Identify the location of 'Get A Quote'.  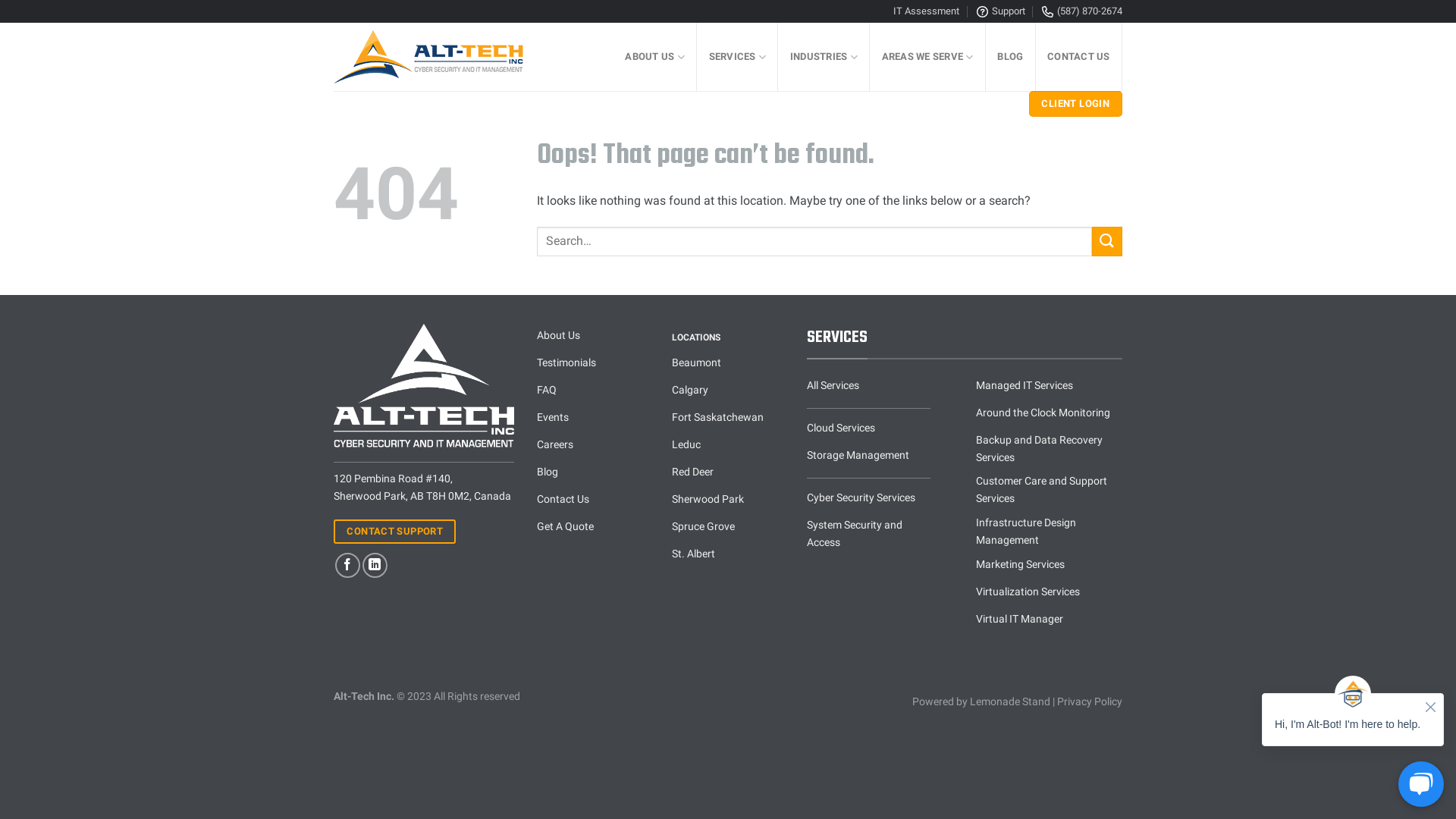
(592, 528).